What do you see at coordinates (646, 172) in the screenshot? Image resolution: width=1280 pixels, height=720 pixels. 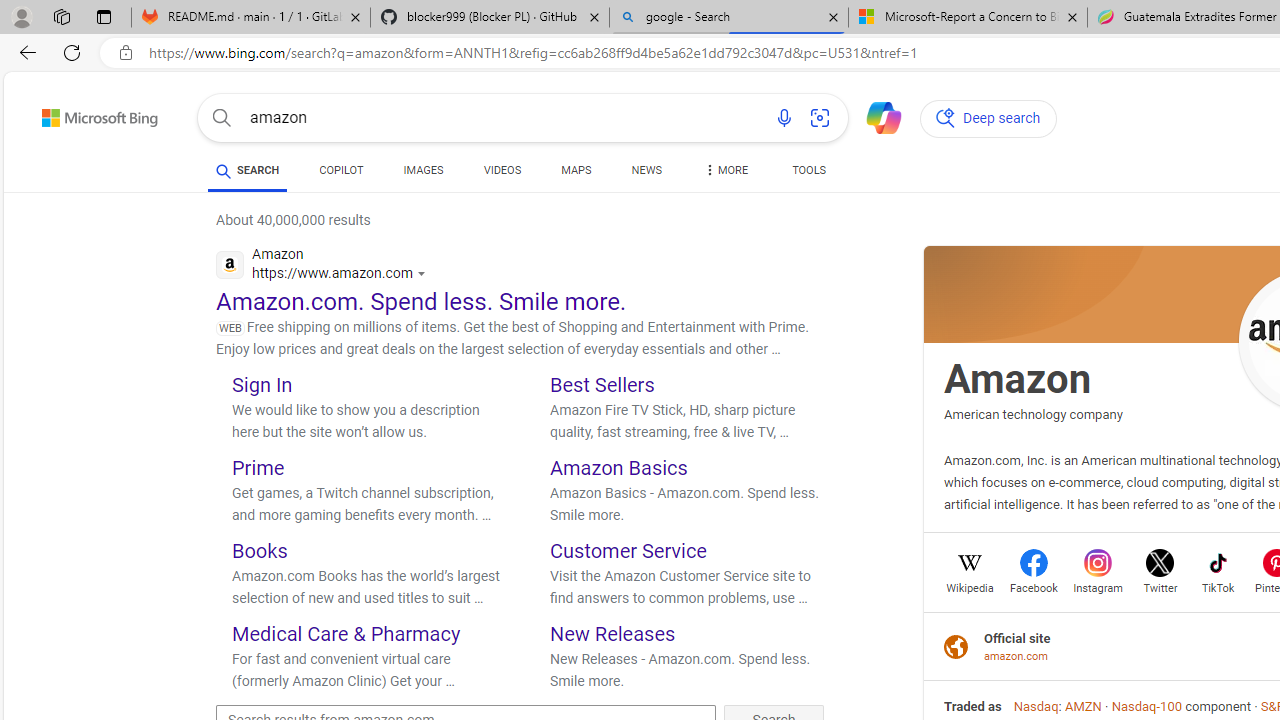 I see `'NEWS'` at bounding box center [646, 172].